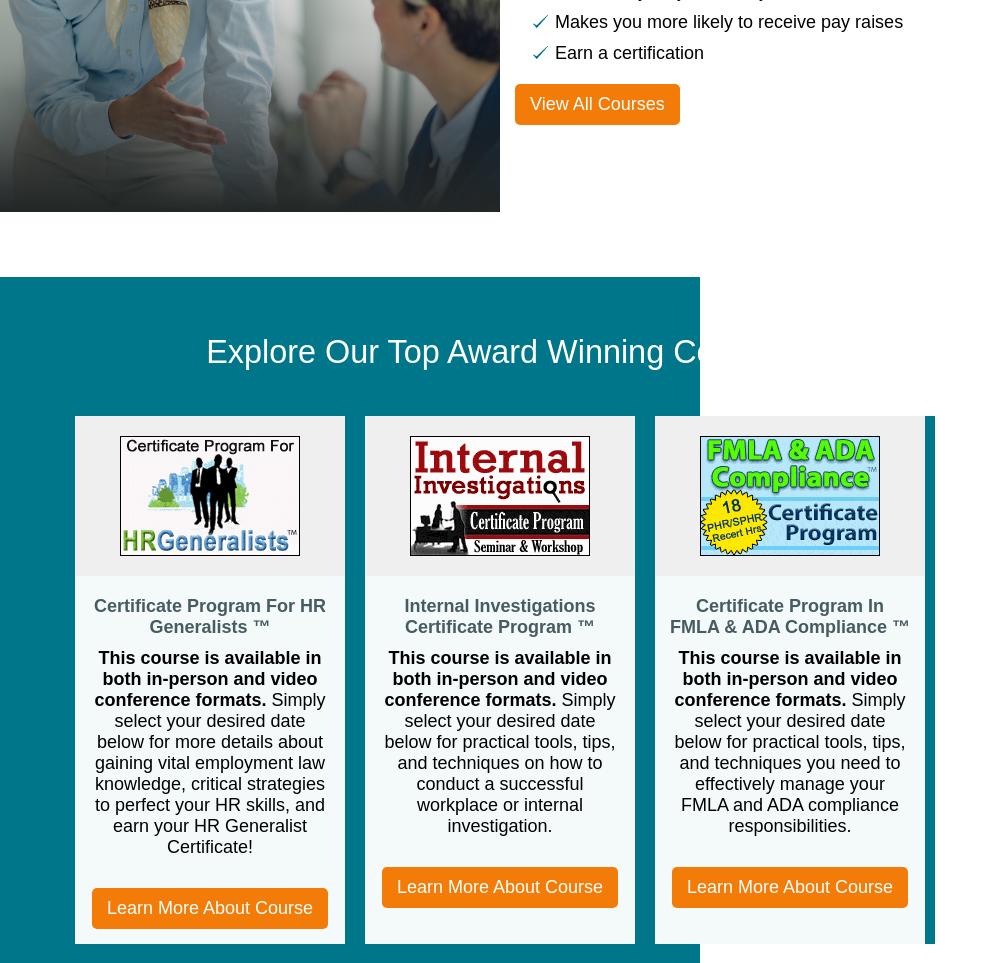 This screenshot has width=1000, height=963. Describe the element at coordinates (498, 762) in the screenshot. I see `'Simply select your desired date below for practical tools, tips, and techniques on how to conduct a successful workplace or internal investigation.'` at that location.